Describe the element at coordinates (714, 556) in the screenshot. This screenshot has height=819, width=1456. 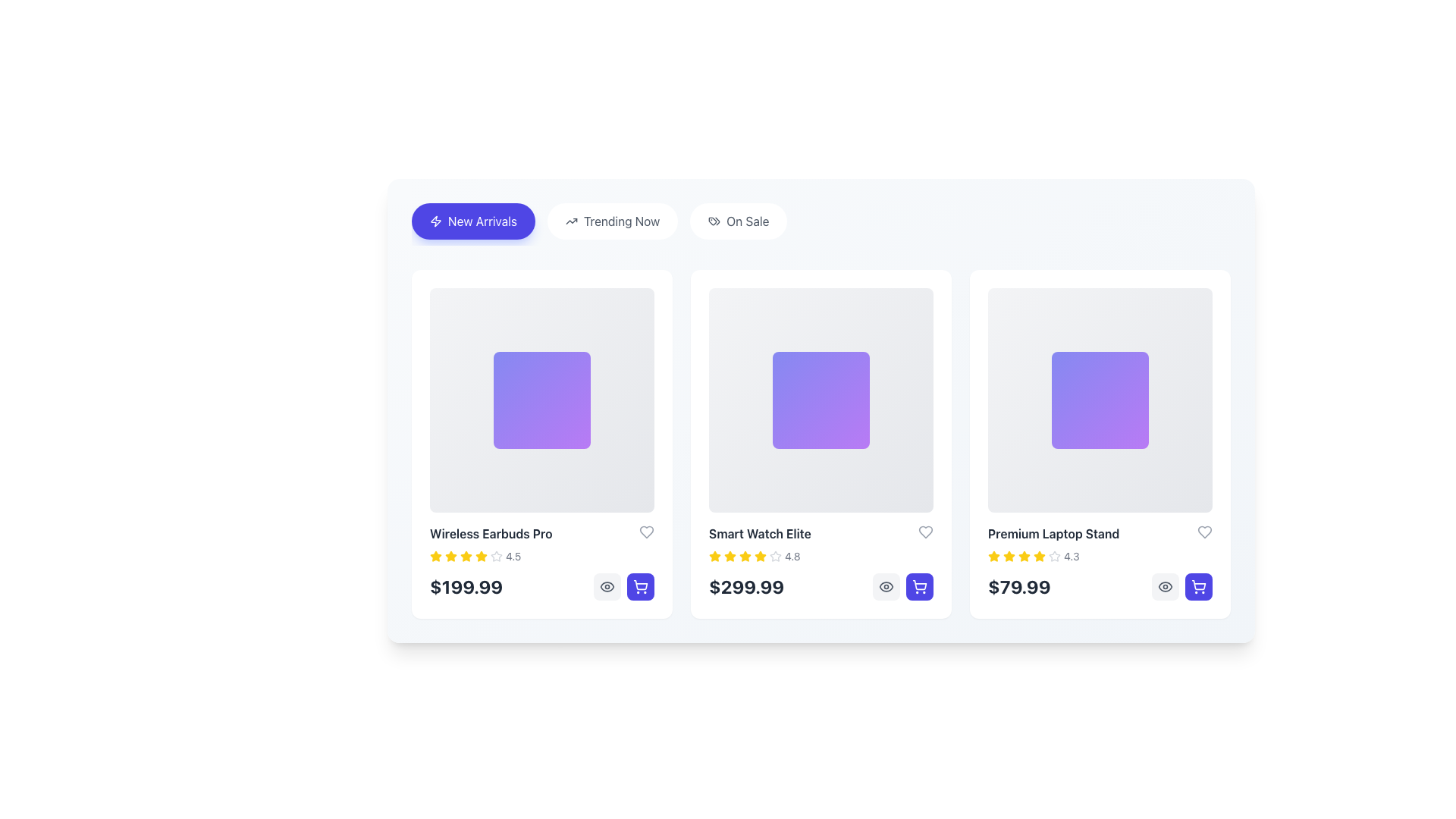
I see `the Rating indicator - Star icon representing a high rating of 4.8 stars for the 'Smart Watch Elite' product, located in the center of the second product card` at that location.